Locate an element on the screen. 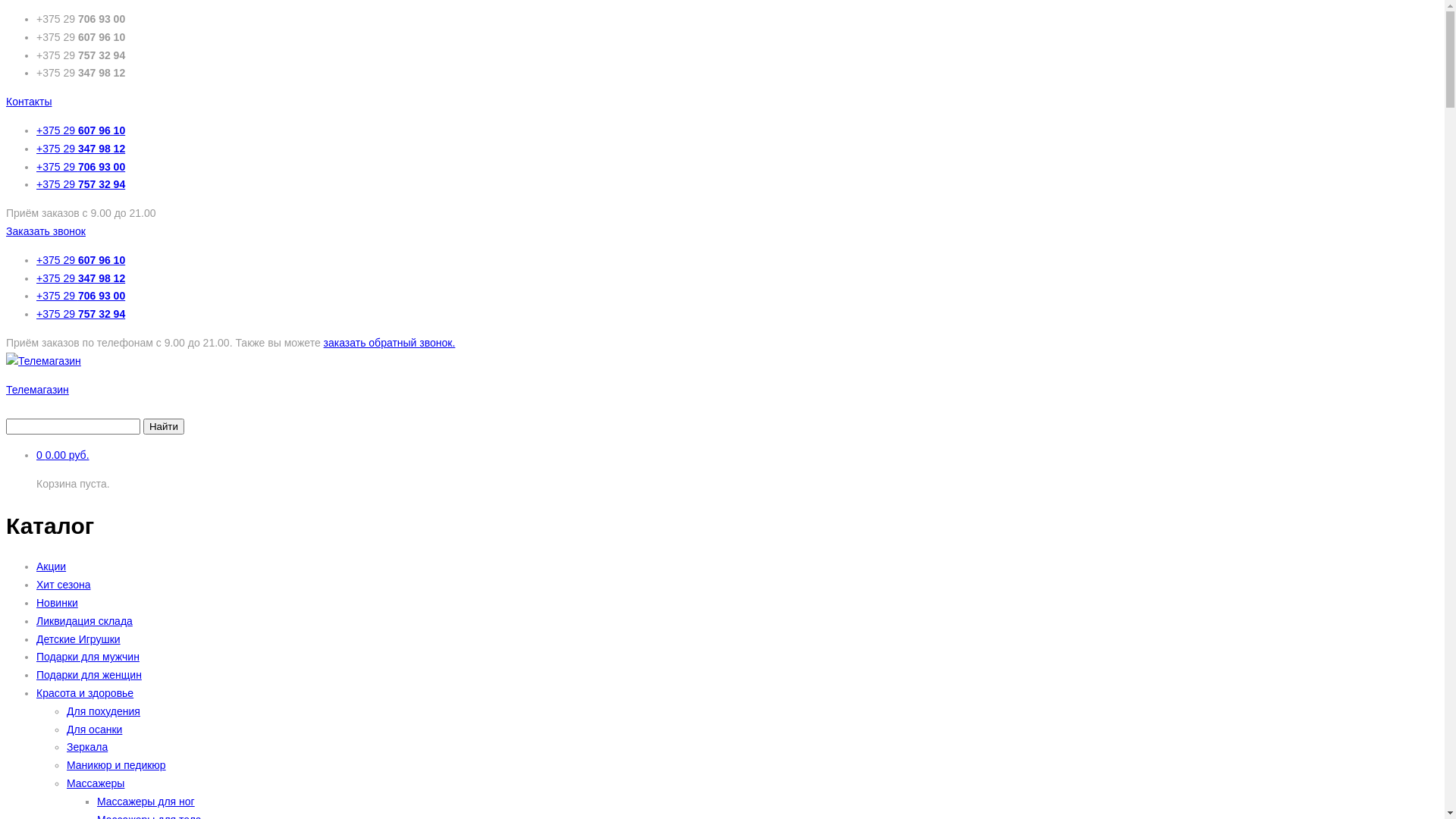  '+375 29 757 32 94' is located at coordinates (80, 184).